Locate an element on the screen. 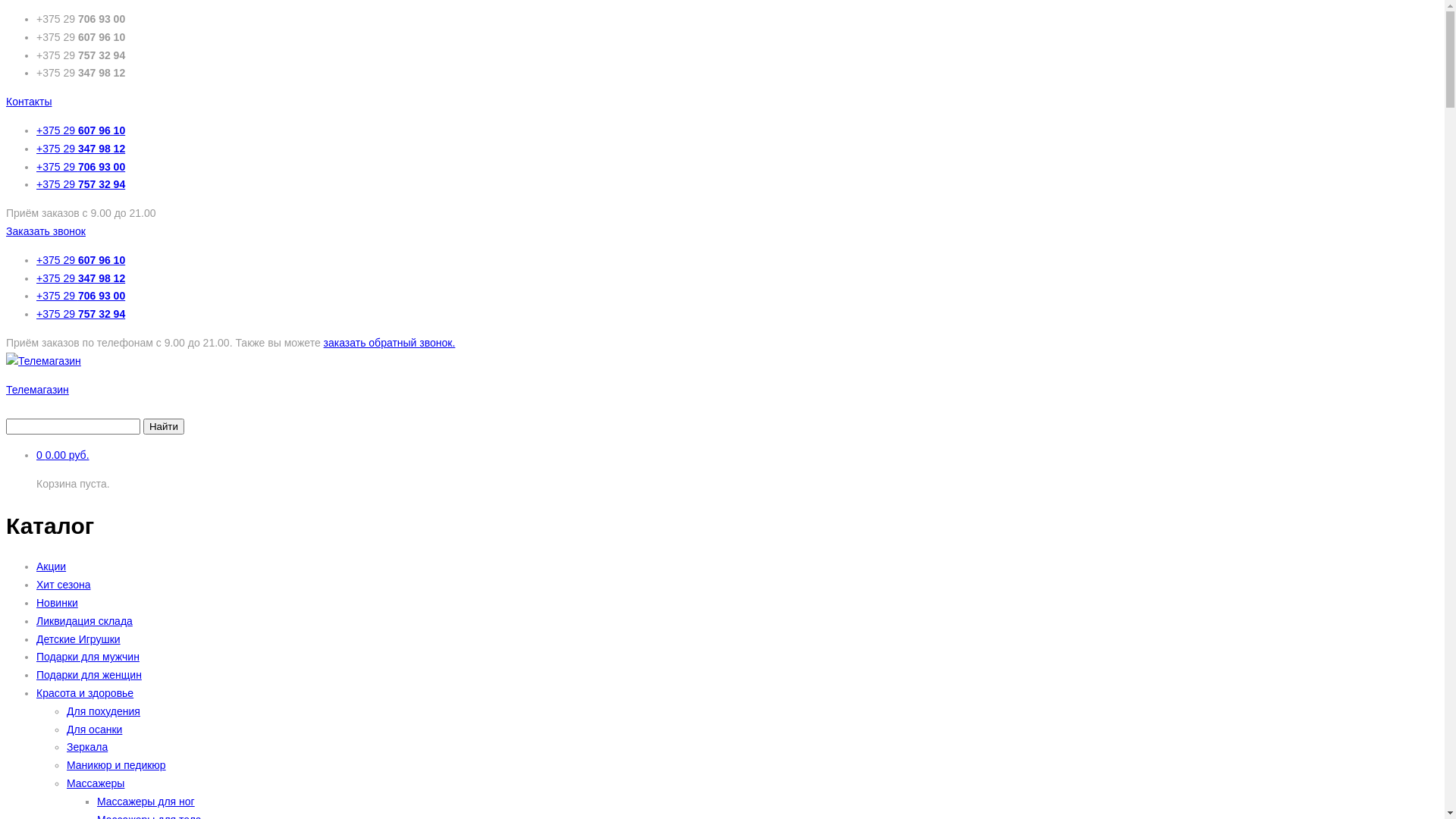  '+375 29 757 32 94' is located at coordinates (80, 184).